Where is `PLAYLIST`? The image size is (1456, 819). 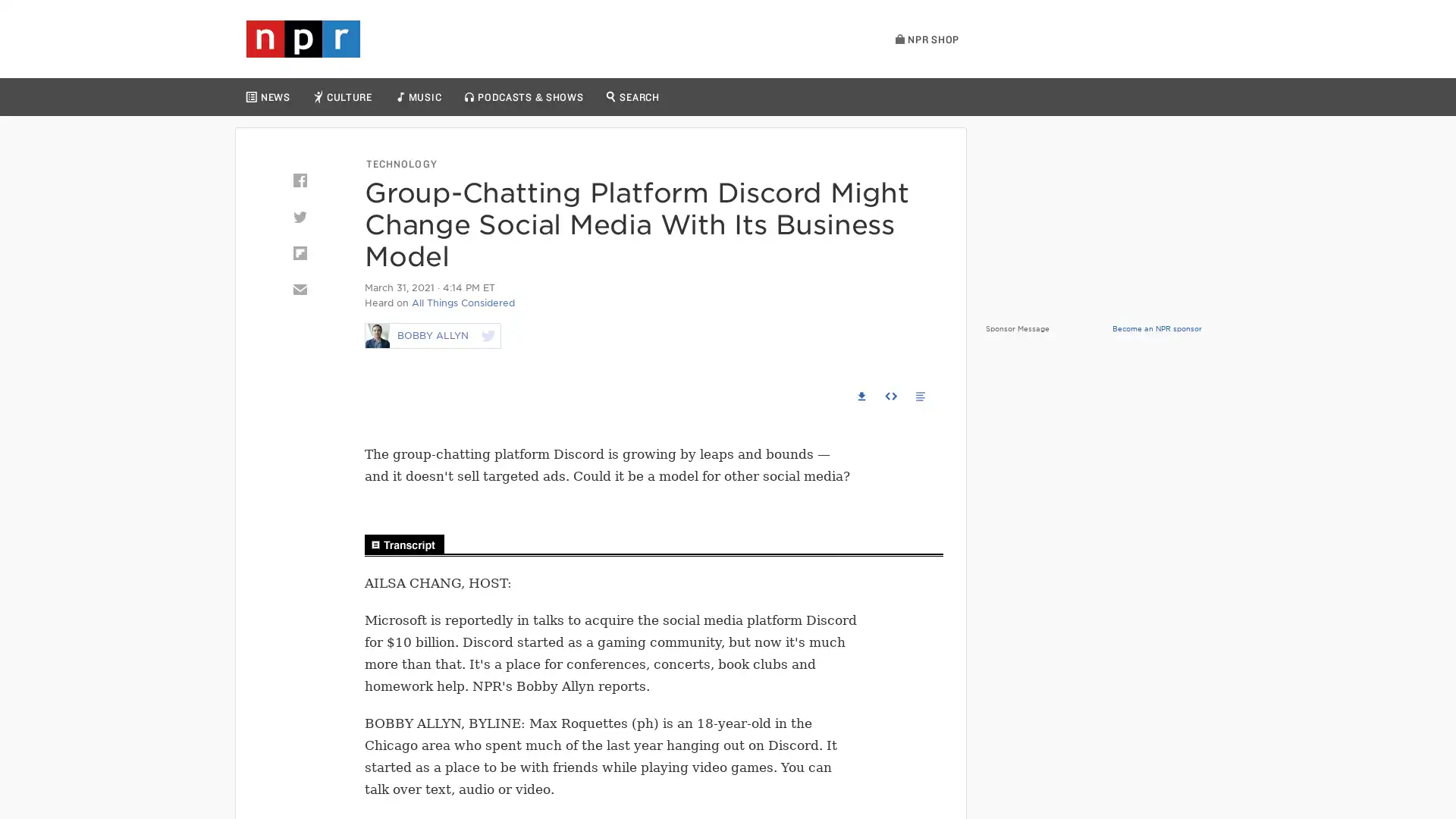 PLAYLIST is located at coordinates (1172, 97).